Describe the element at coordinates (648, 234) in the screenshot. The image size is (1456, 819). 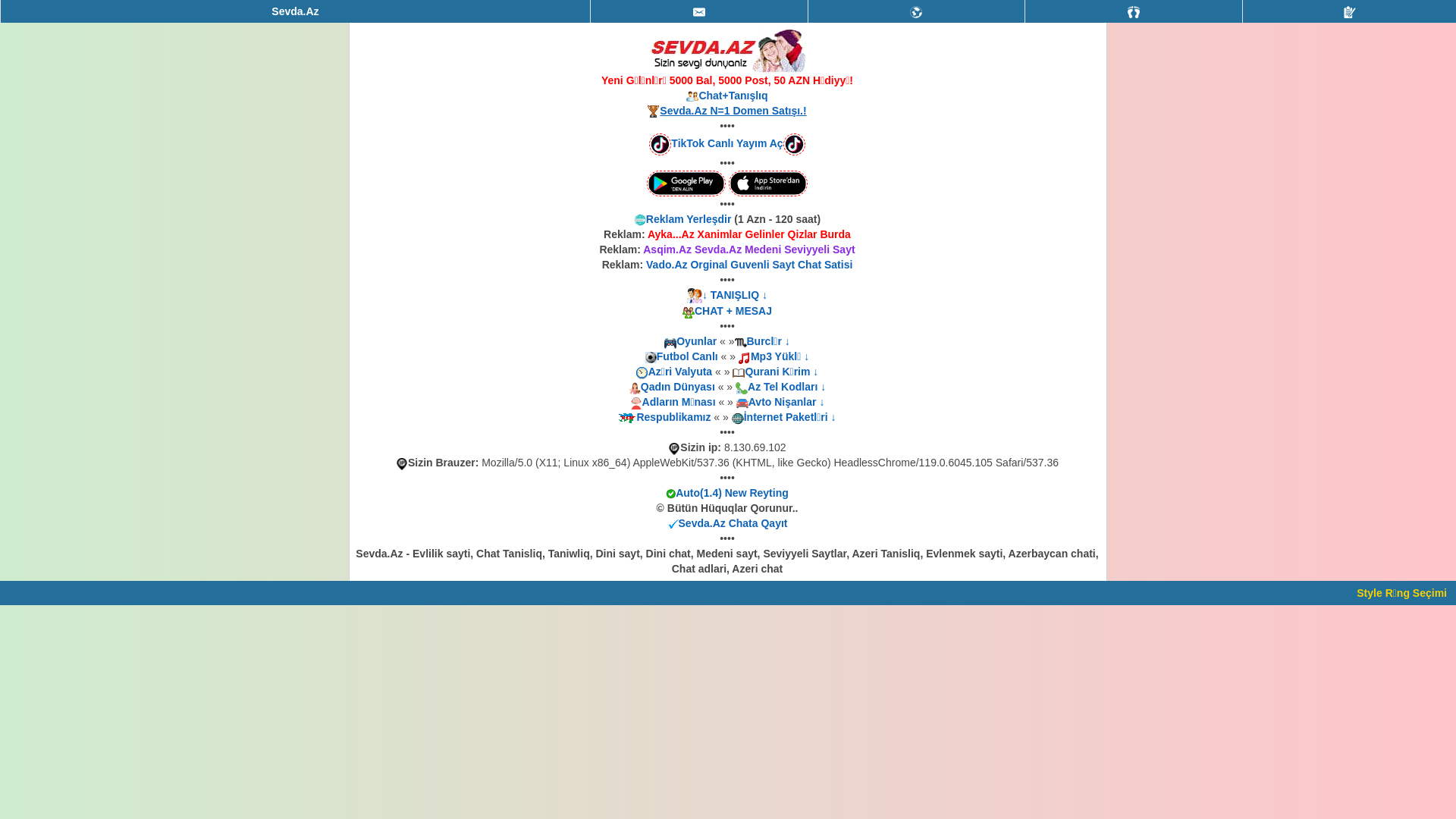
I see `'Ayka...Az Xanimlar Gelinler Qizlar Burda'` at that location.